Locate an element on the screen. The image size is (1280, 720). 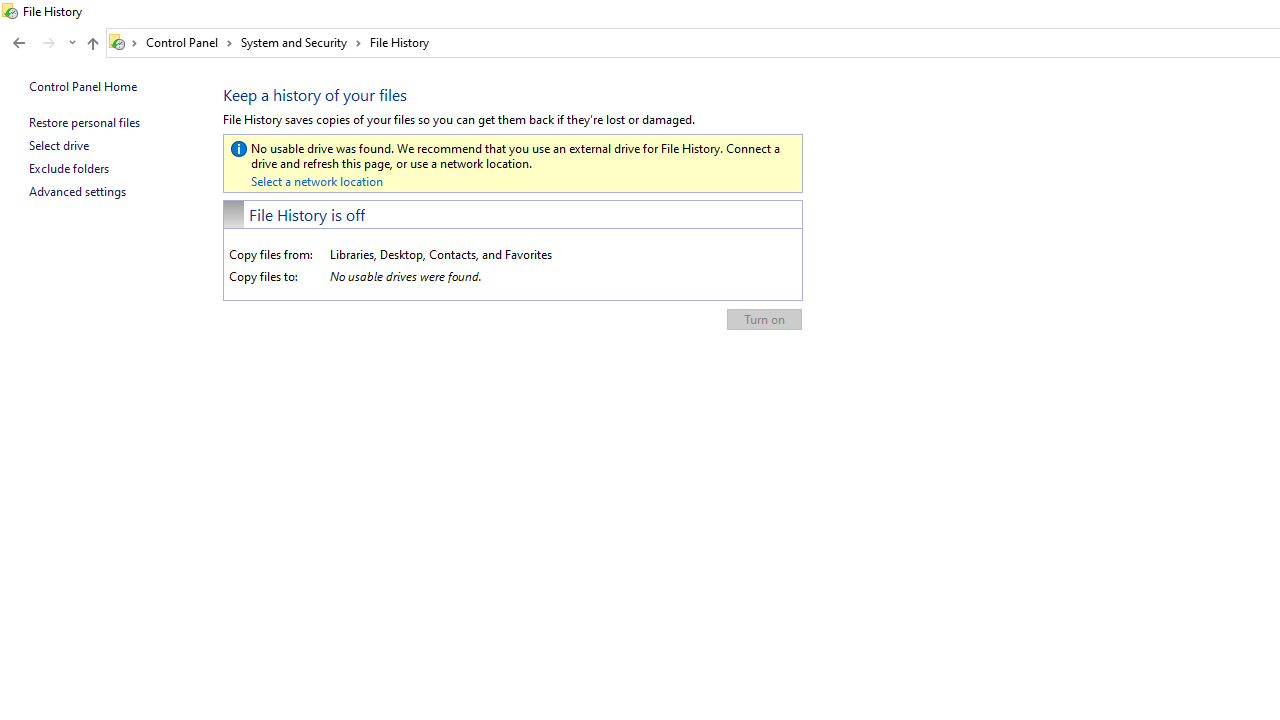
'Up band toolbar' is located at coordinates (91, 45).